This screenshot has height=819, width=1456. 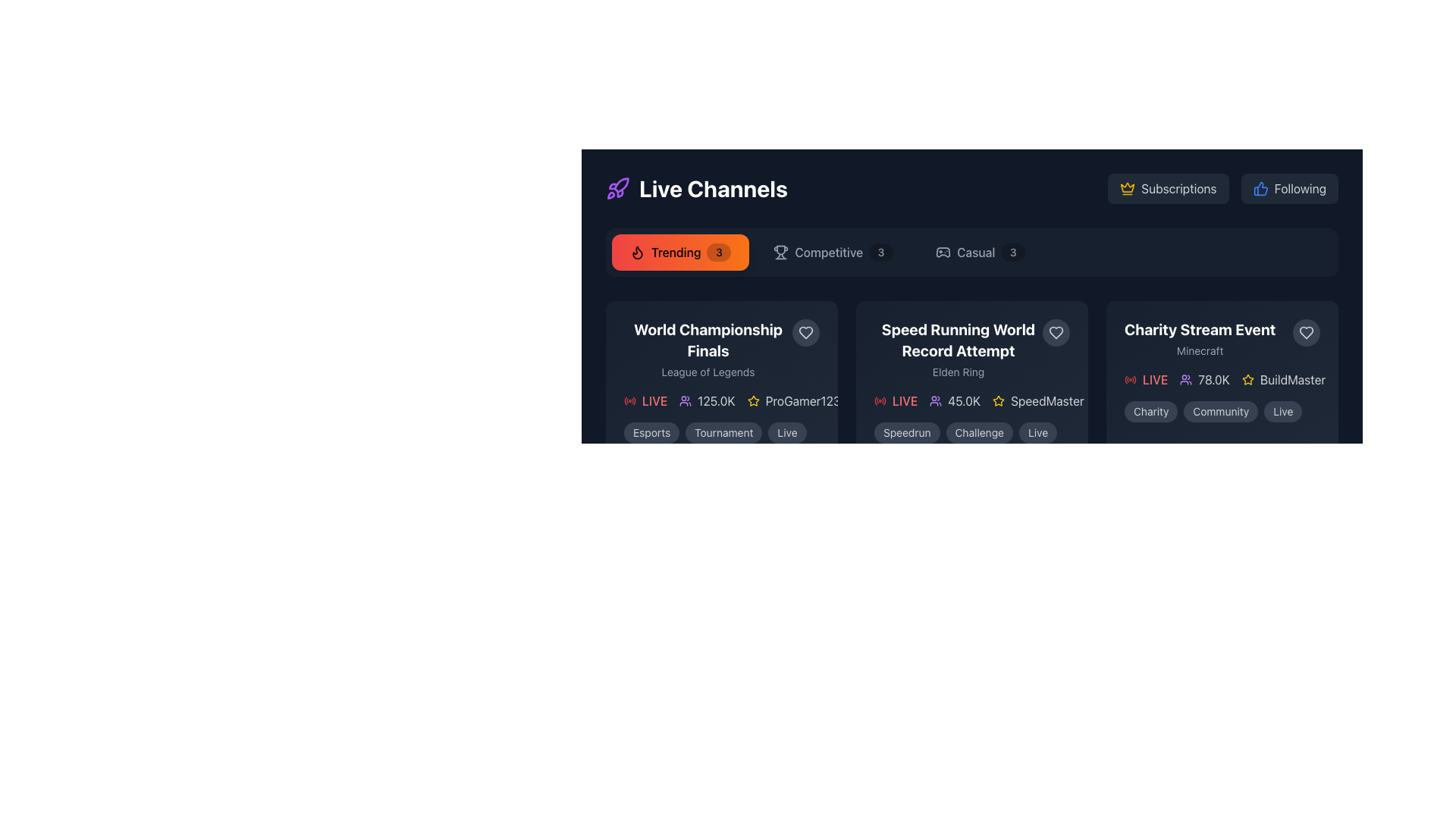 What do you see at coordinates (905, 400) in the screenshot?
I see `the text label displaying 'LIVE' in uppercase, styled with red color and bold font, located next to a pulsating radio signal icon` at bounding box center [905, 400].